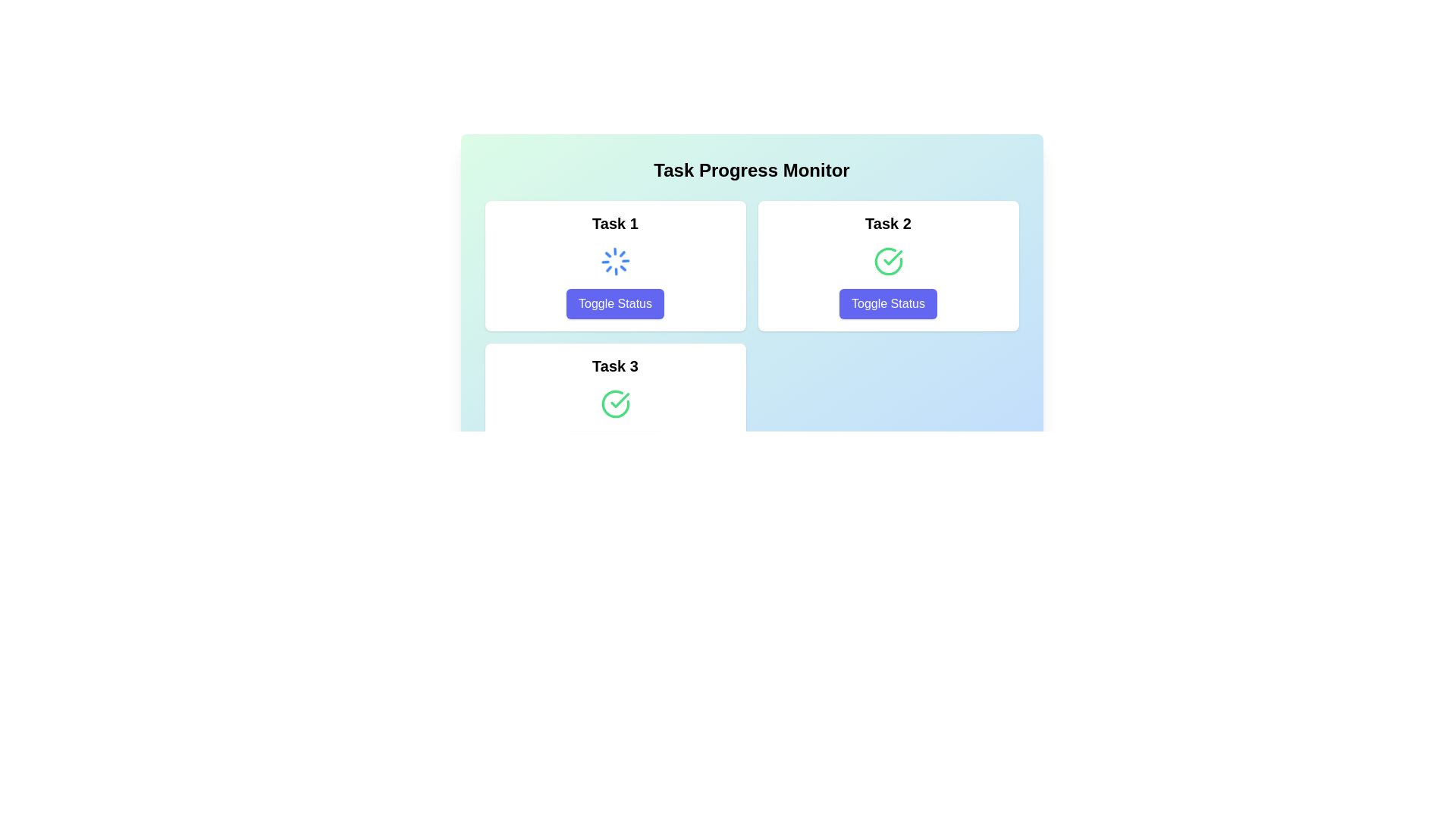 The height and width of the screenshot is (819, 1456). I want to click on the Loader Icon located at the center of the 'Task 1' card, which indicates a loading state for the task, so click(615, 260).